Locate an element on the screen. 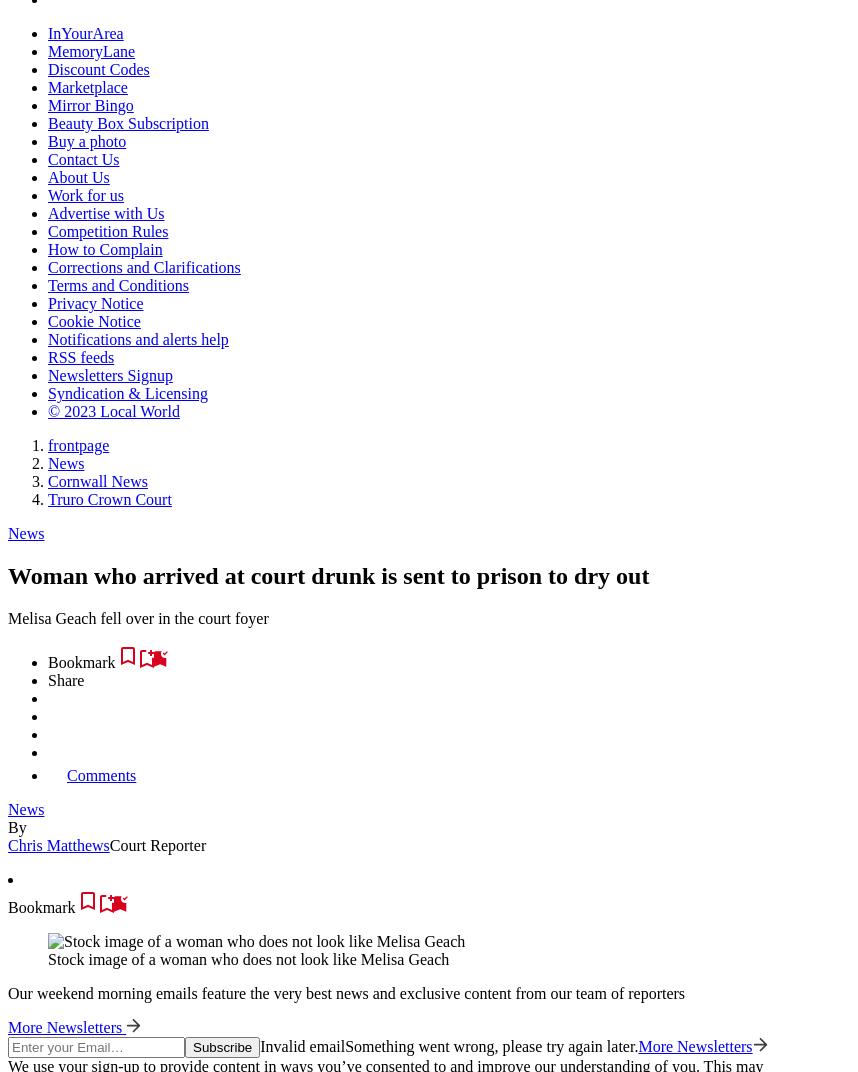 This screenshot has width=858, height=1072. 'Work for us' is located at coordinates (84, 194).